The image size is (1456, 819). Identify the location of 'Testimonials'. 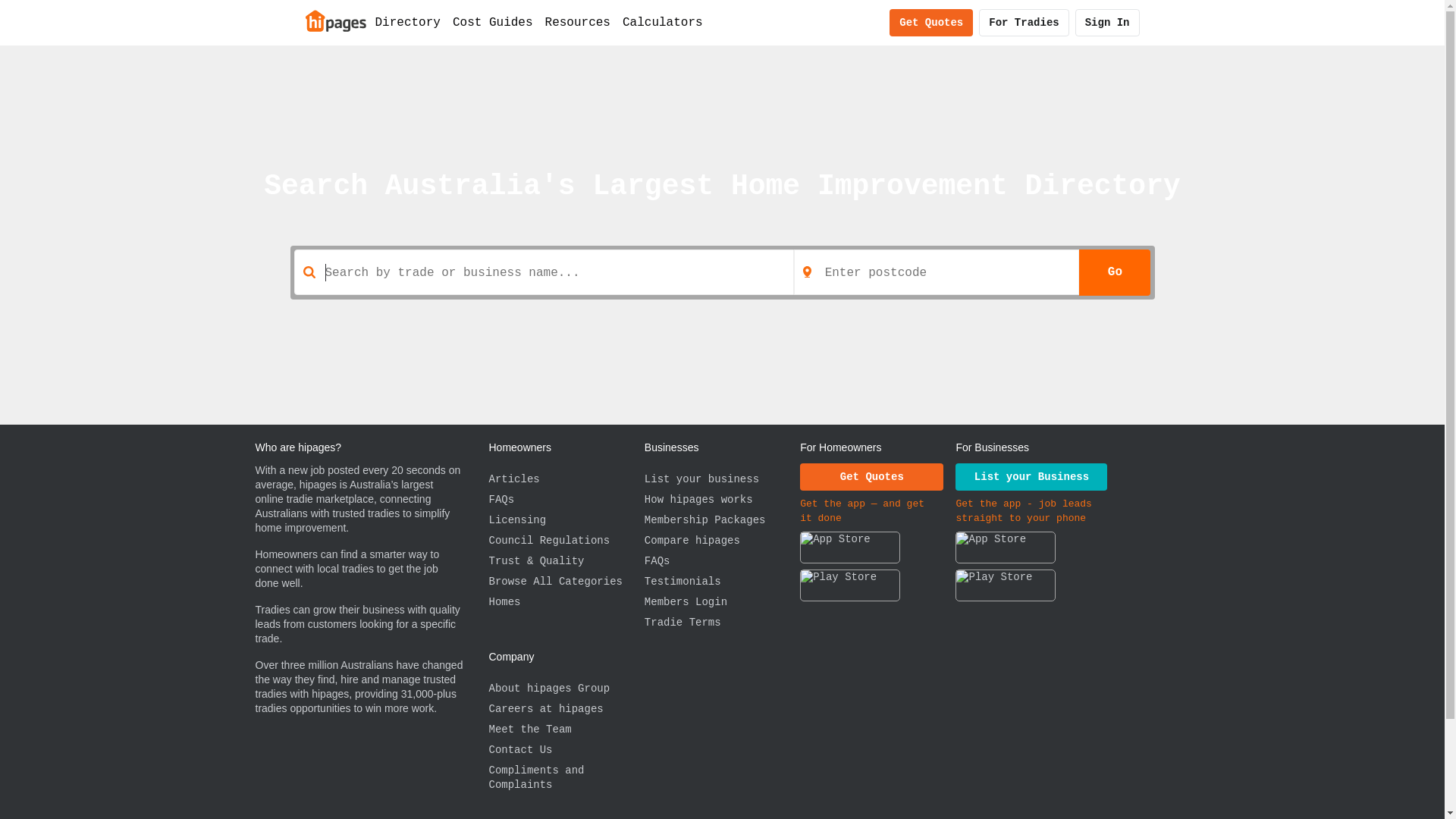
(721, 581).